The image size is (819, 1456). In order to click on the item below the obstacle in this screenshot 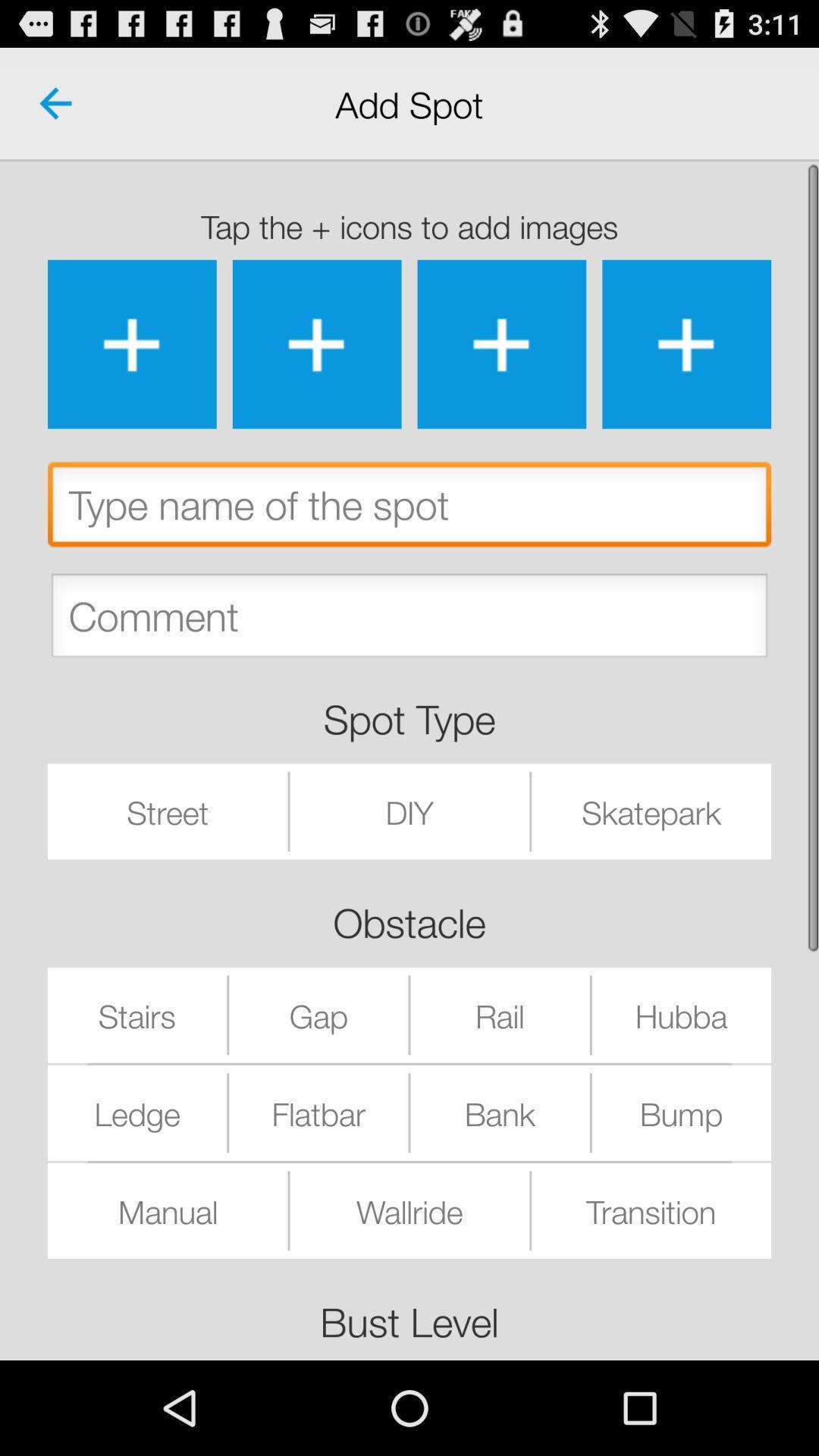, I will do `click(318, 1015)`.